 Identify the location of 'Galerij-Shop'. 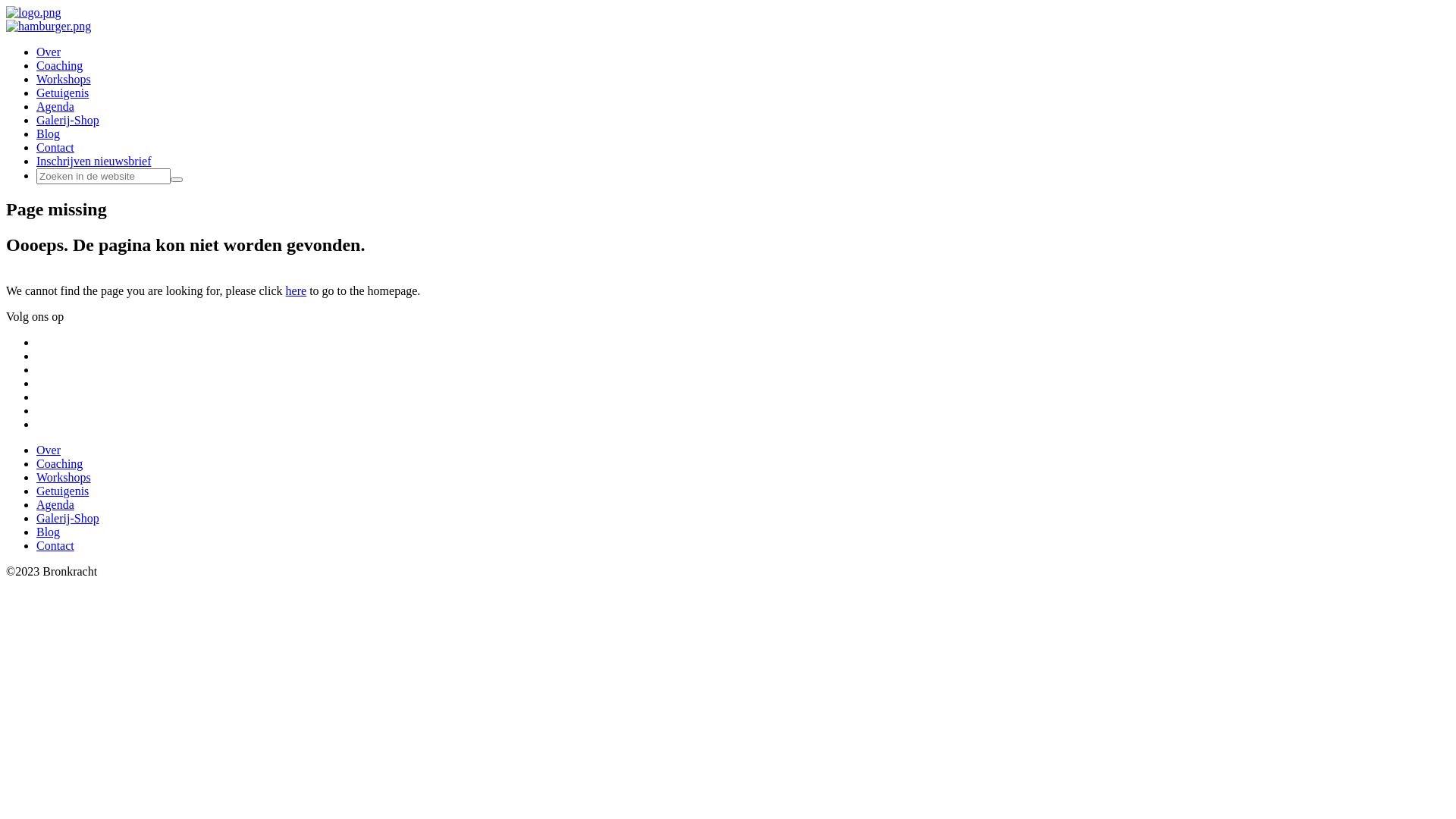
(36, 119).